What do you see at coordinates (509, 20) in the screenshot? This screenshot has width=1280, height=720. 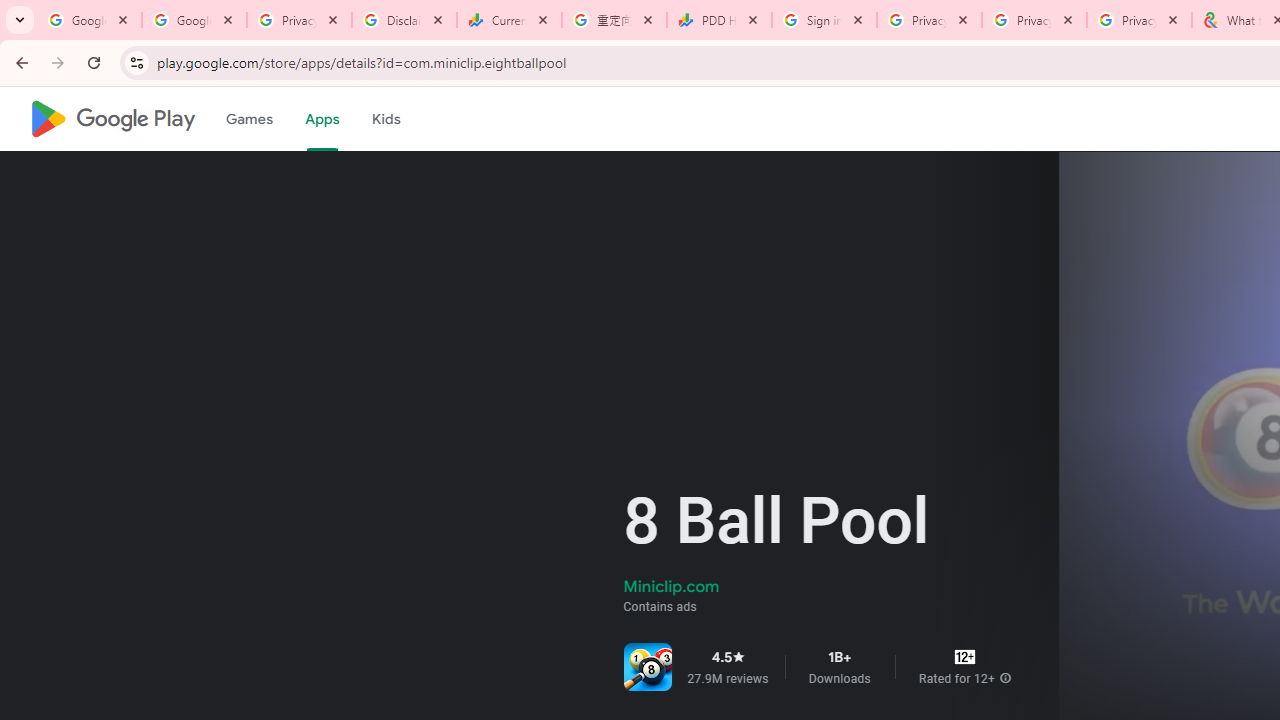 I see `'Currencies - Google Finance'` at bounding box center [509, 20].